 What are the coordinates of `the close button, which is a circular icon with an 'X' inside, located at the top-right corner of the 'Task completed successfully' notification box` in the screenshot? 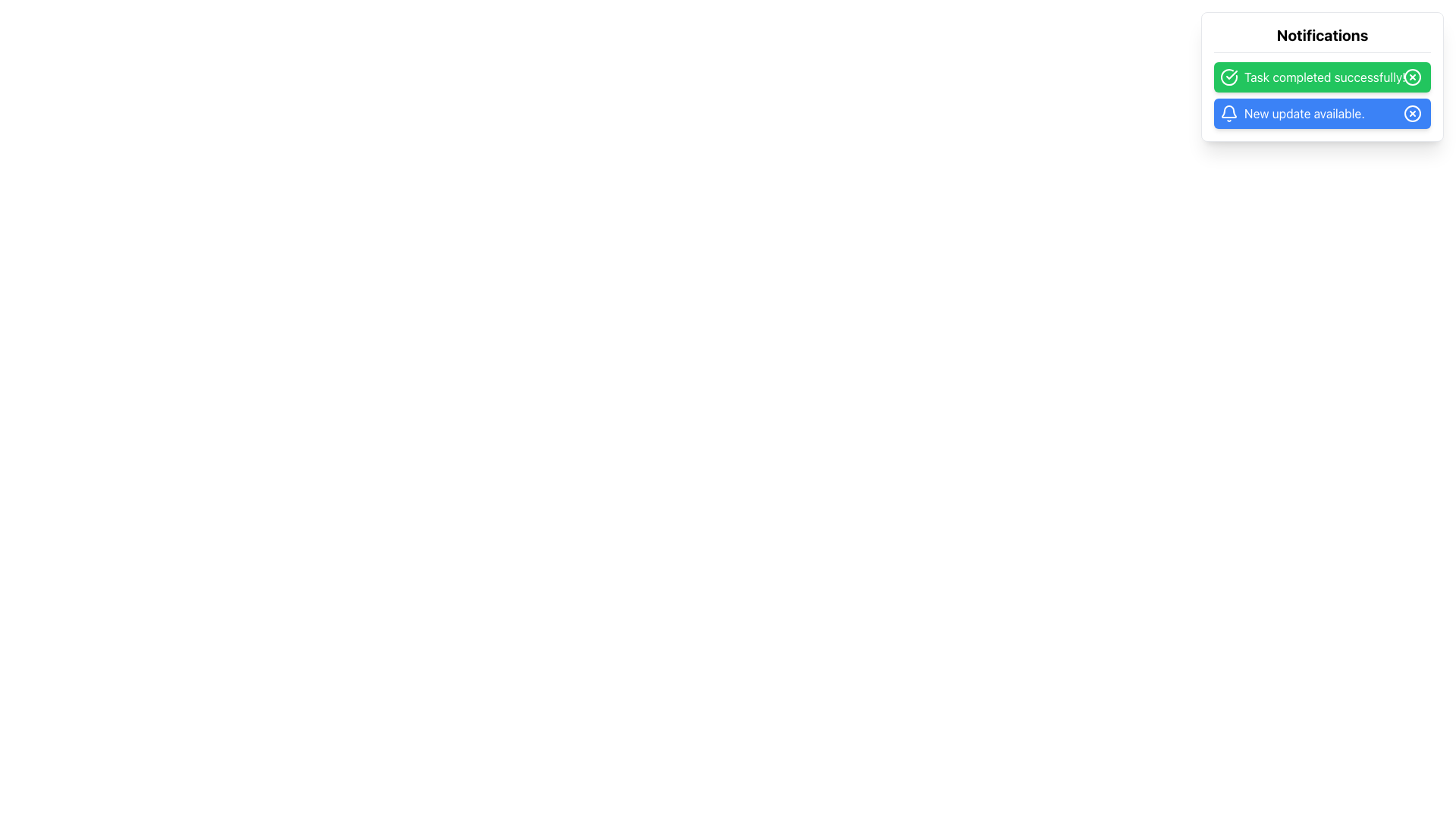 It's located at (1411, 77).